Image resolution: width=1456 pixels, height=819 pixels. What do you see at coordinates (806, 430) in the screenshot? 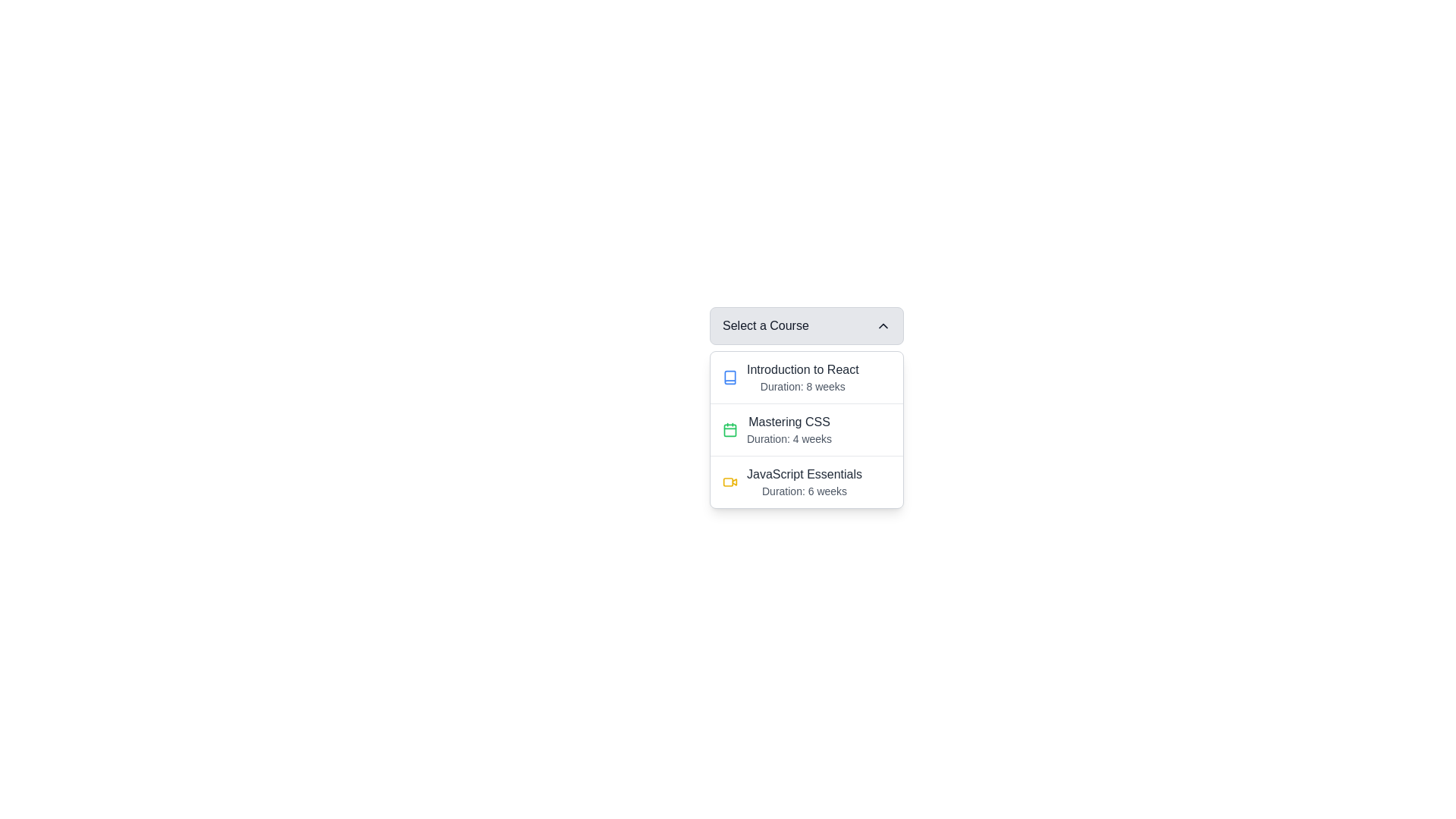
I see `the List item displaying 'Mastering CSS' with the subtitle 'Duration: 4 weeks', which includes a green calendar icon to the left, located below 'Introduction to React'` at bounding box center [806, 430].